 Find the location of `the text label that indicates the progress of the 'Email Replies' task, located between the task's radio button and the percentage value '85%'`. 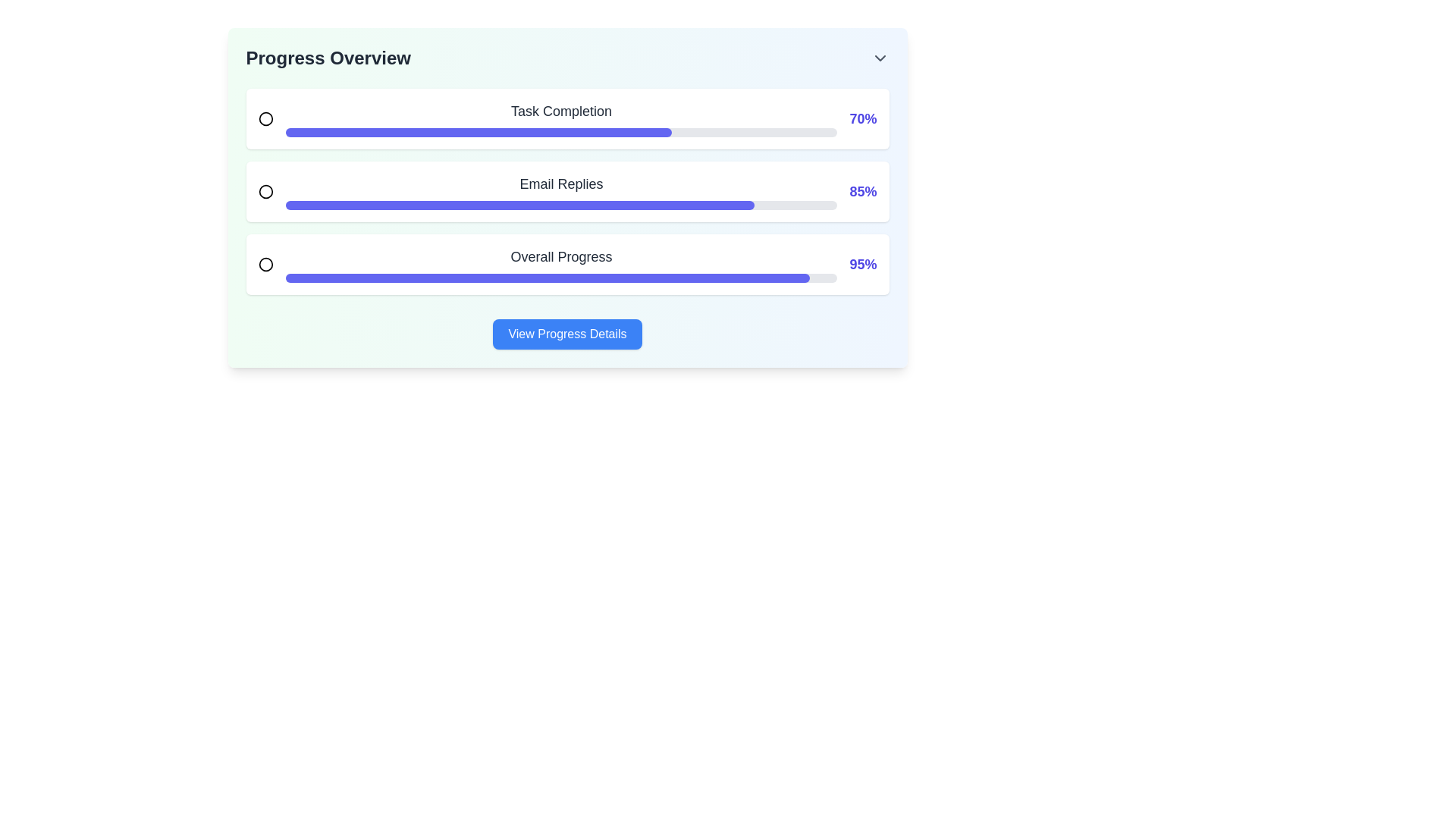

the text label that indicates the progress of the 'Email Replies' task, located between the task's radio button and the percentage value '85%' is located at coordinates (560, 184).